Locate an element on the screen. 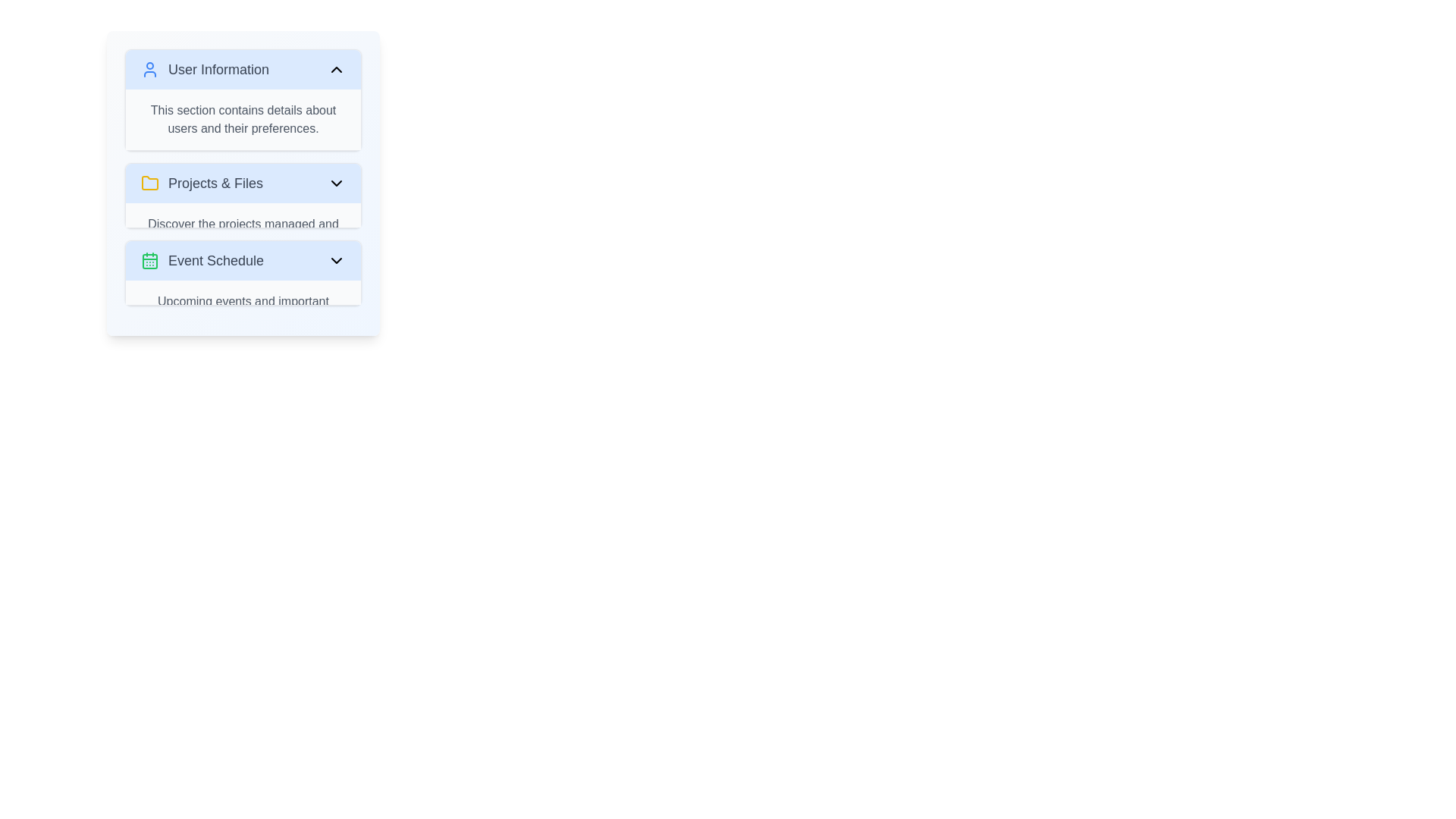 Image resolution: width=1456 pixels, height=819 pixels. static text content that describes user preferences, which is displayed in a light gray background below the heading 'User Information.' is located at coordinates (243, 119).